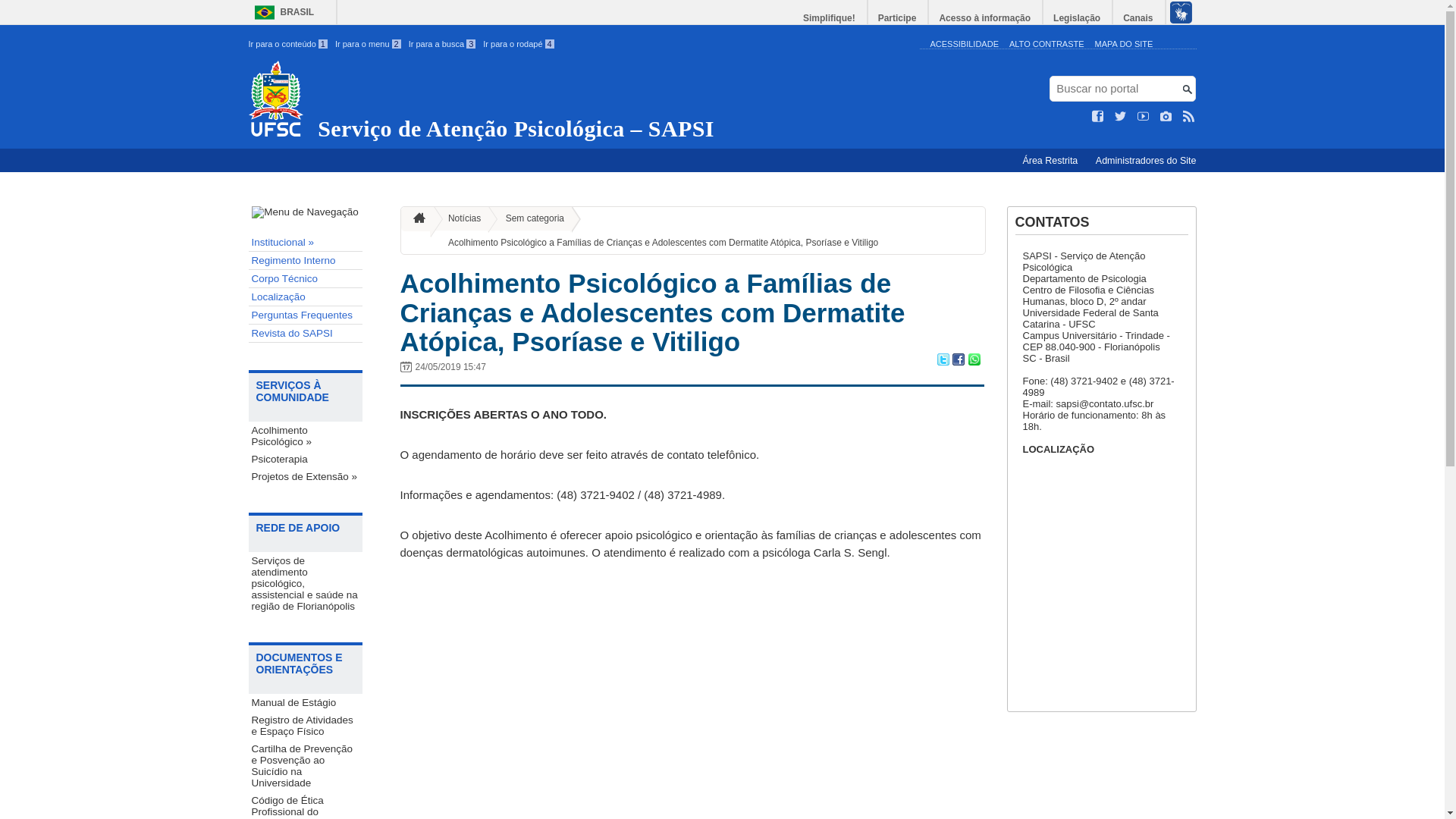 This screenshot has width=1456, height=819. I want to click on 'Compartilhar no WhatsApp', so click(973, 361).